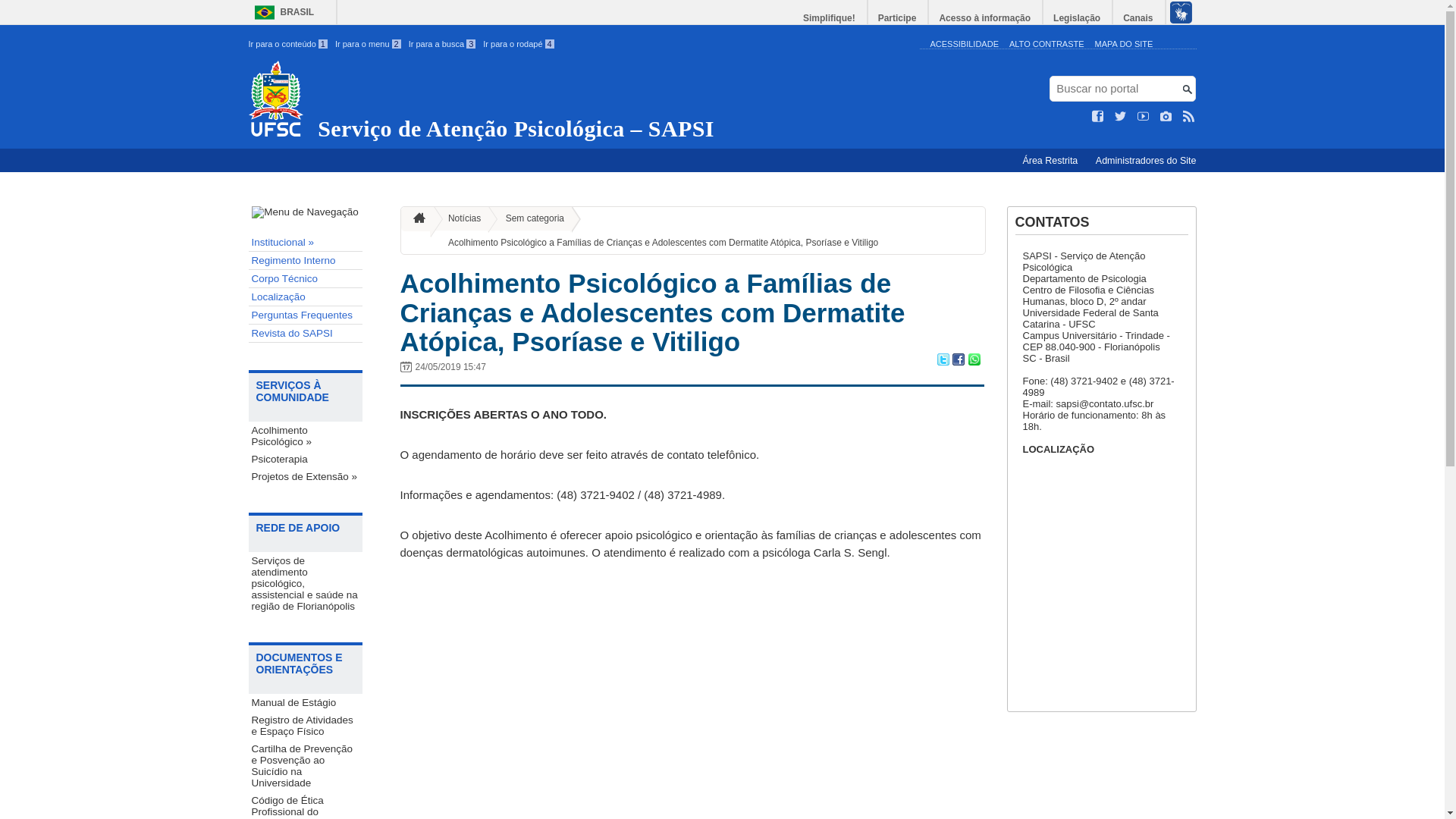 This screenshot has width=1456, height=819. I want to click on 'Compartilhar no WhatsApp', so click(973, 361).